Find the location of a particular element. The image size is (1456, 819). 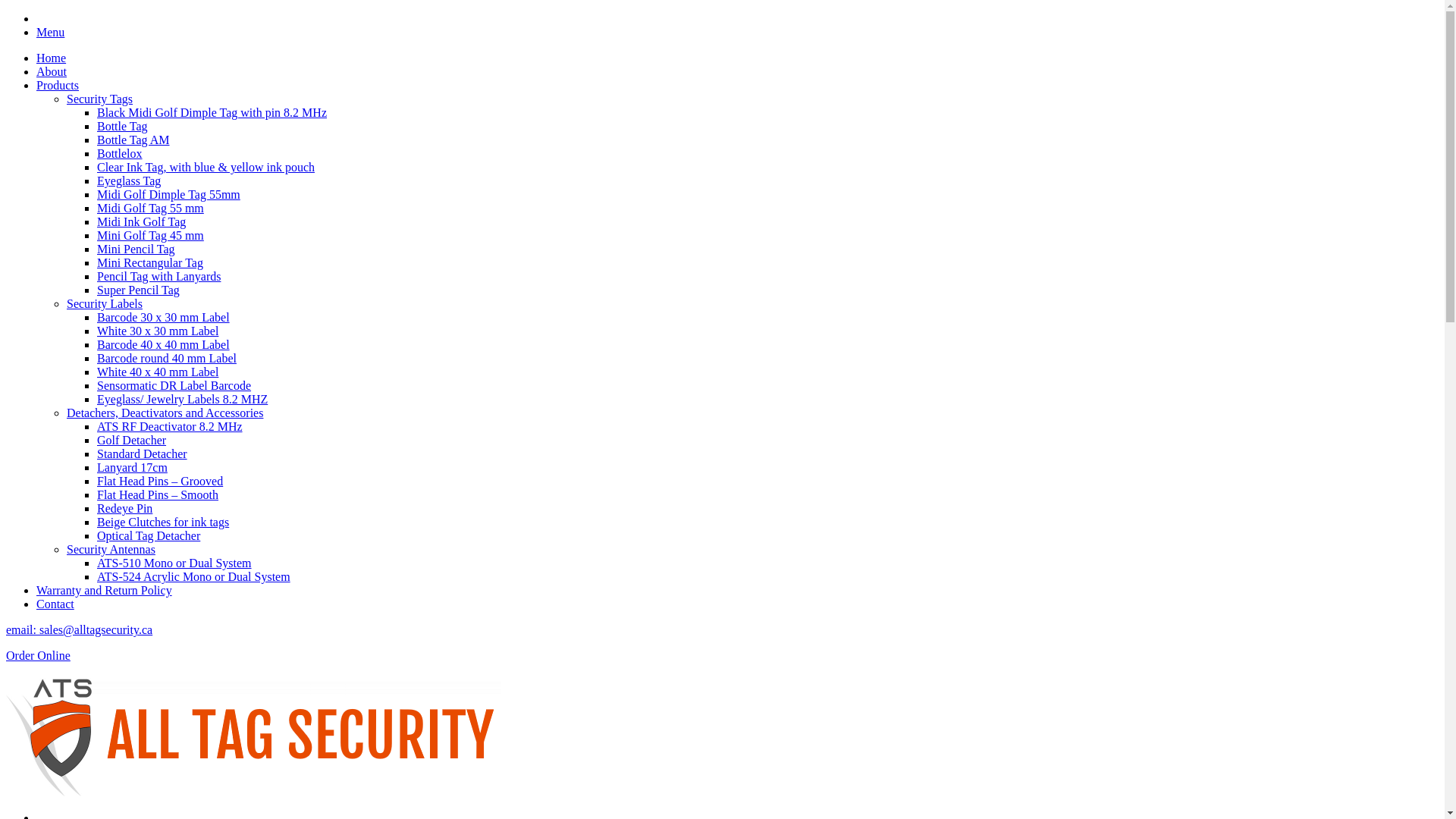

'Redeye Pin' is located at coordinates (124, 508).